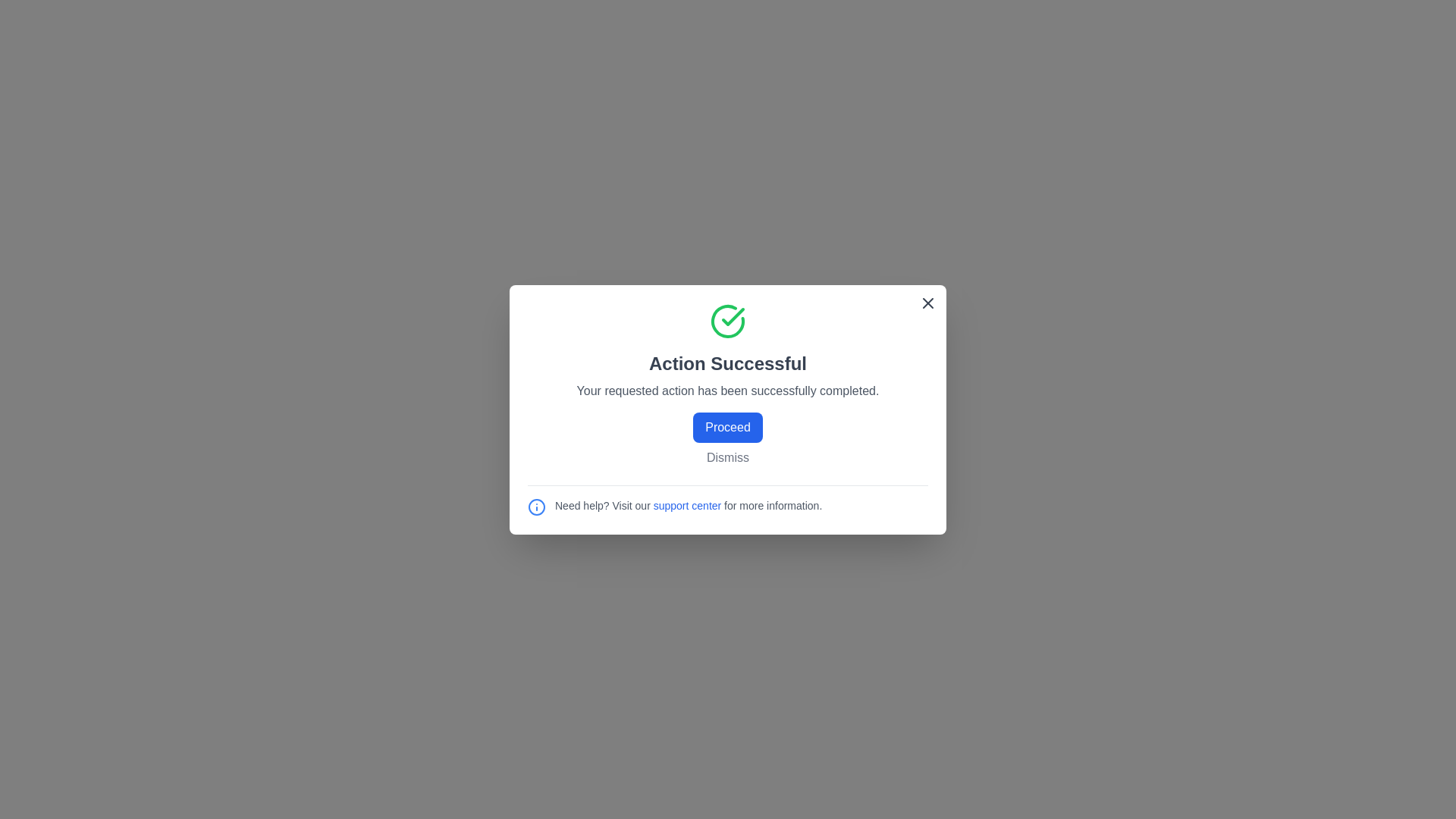 The height and width of the screenshot is (819, 1456). What do you see at coordinates (733, 315) in the screenshot?
I see `the checkmark icon in a circle, which indicates success or confirmation, located centrally above the text 'Action Successful' in the modal dialog` at bounding box center [733, 315].